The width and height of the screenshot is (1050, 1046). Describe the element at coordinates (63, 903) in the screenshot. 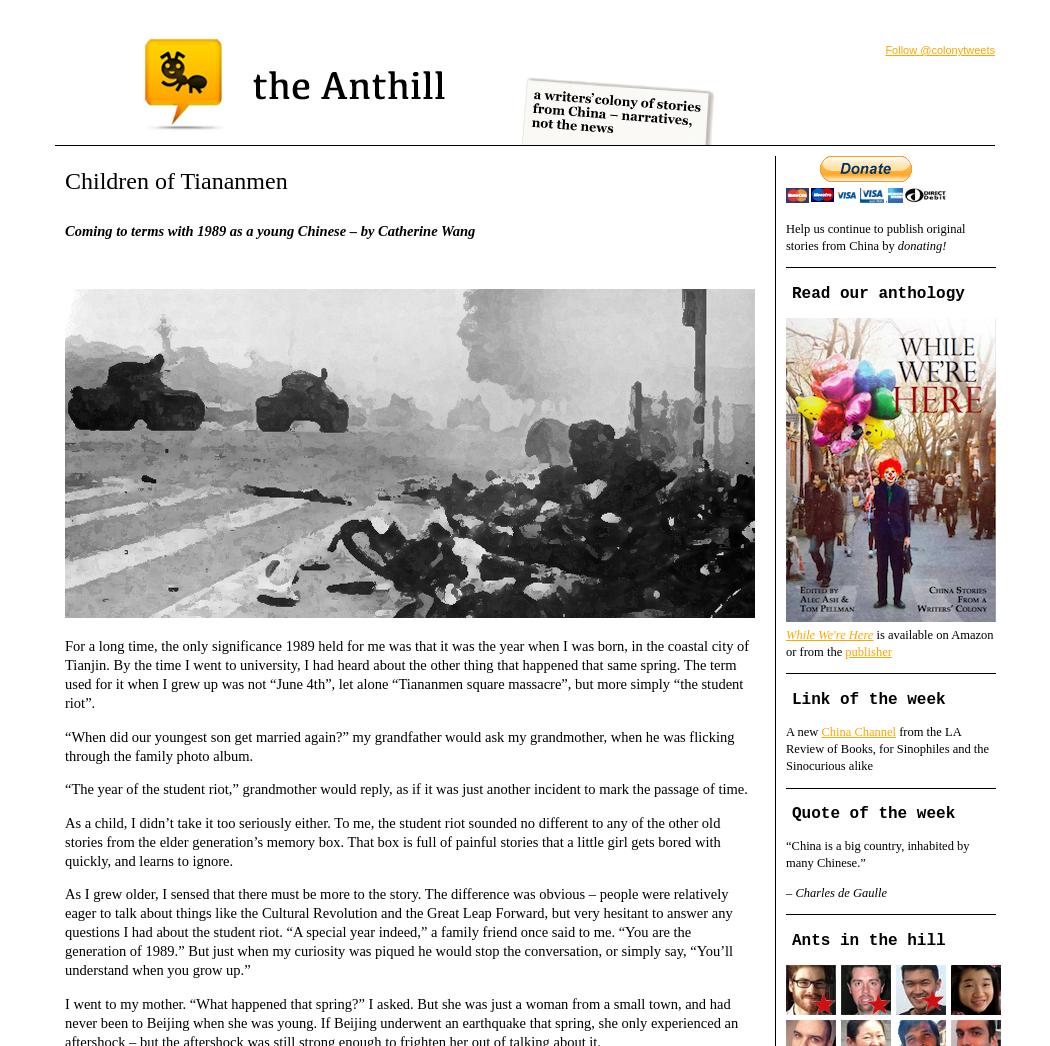

I see `'As I grew older, I sensed that there must be more to the story. The difference was obvious – people were relatively eager to talk about things like the Cultural Revolution and'` at that location.